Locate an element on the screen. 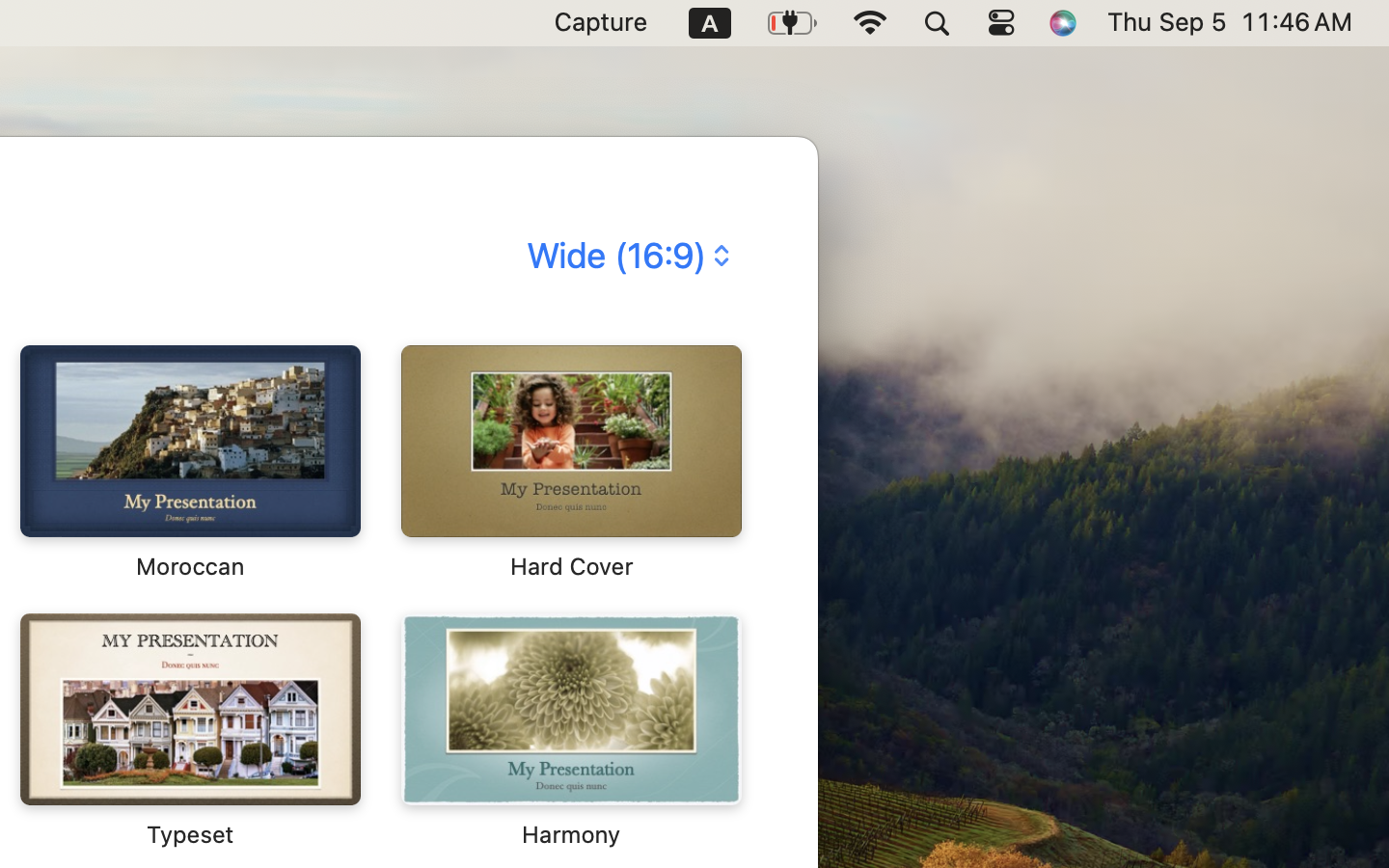  '‎⁨Hard Cover⁩' is located at coordinates (569, 461).